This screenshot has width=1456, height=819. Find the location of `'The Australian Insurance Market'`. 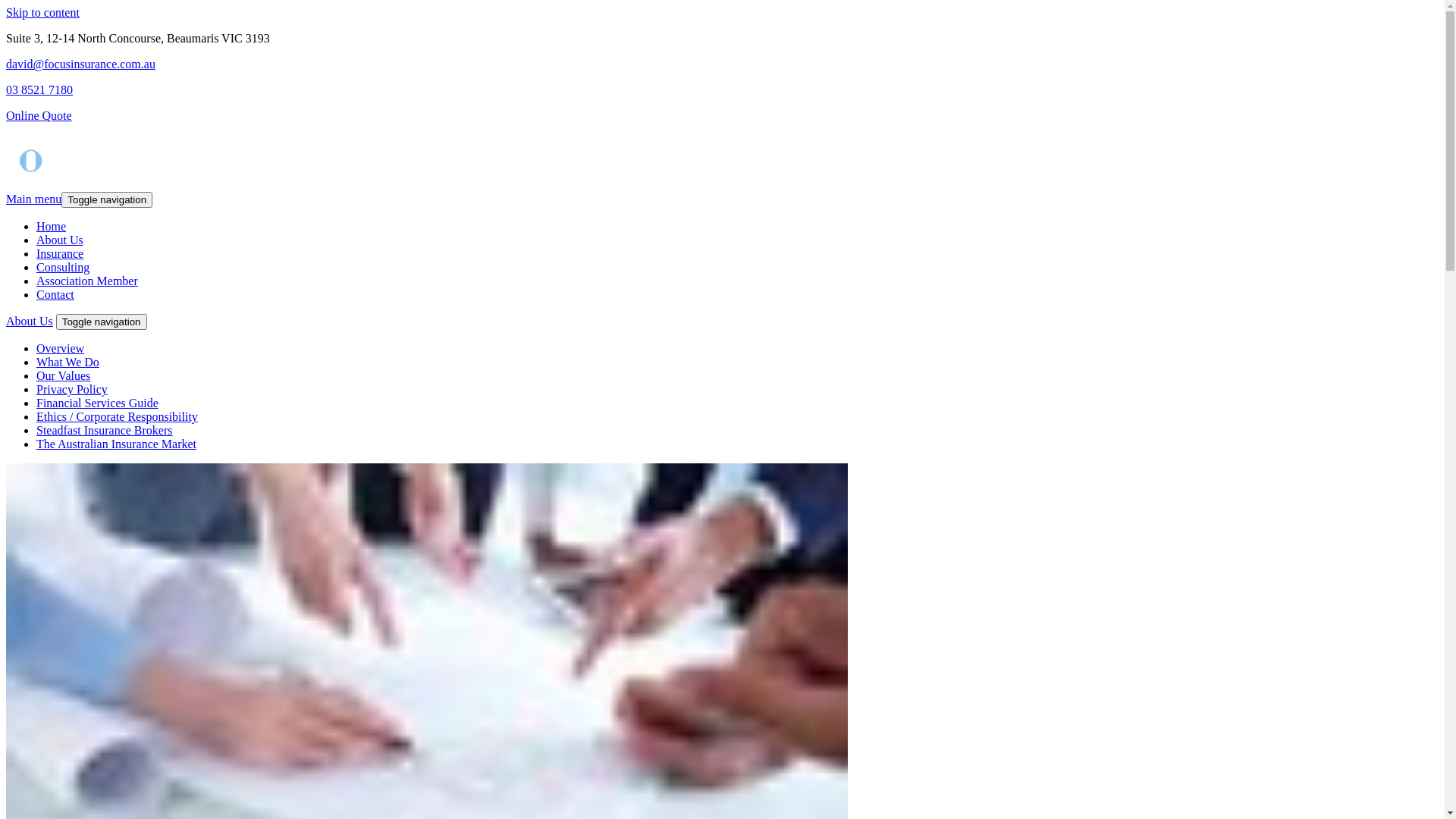

'The Australian Insurance Market' is located at coordinates (115, 444).